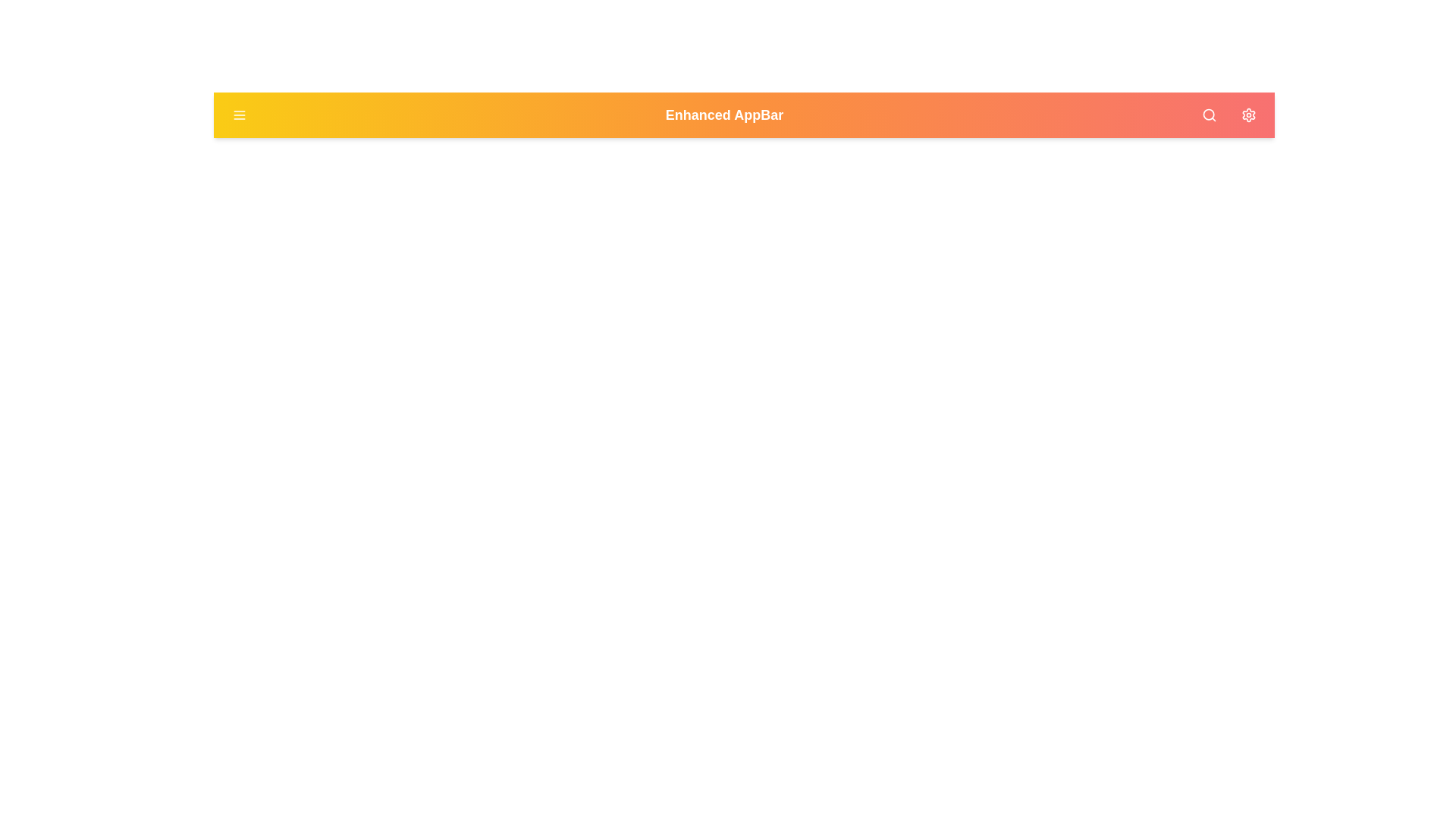  Describe the element at coordinates (1208, 114) in the screenshot. I see `the search button to initiate a search` at that location.